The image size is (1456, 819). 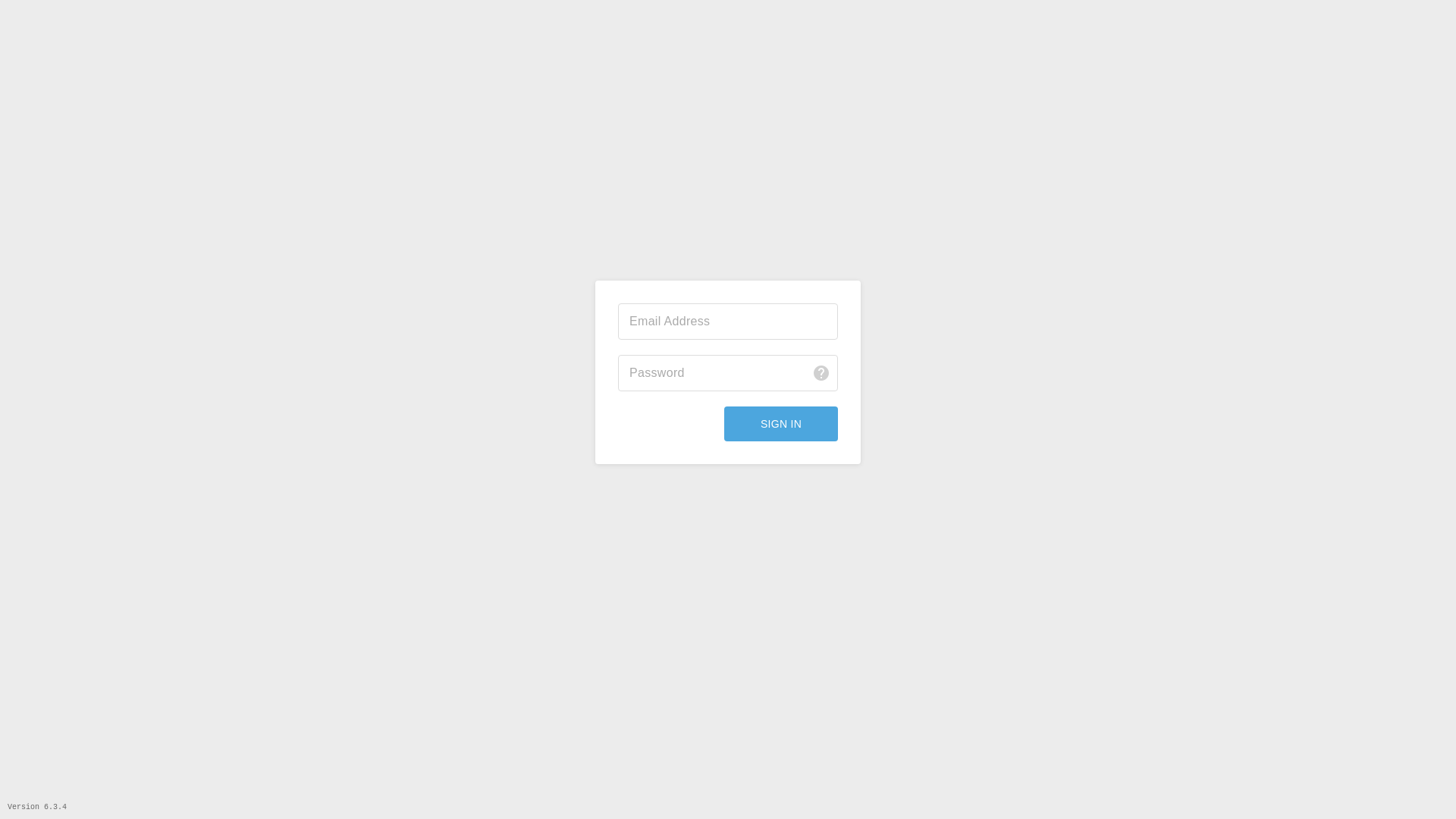 I want to click on 'SIGN IN', so click(x=723, y=424).